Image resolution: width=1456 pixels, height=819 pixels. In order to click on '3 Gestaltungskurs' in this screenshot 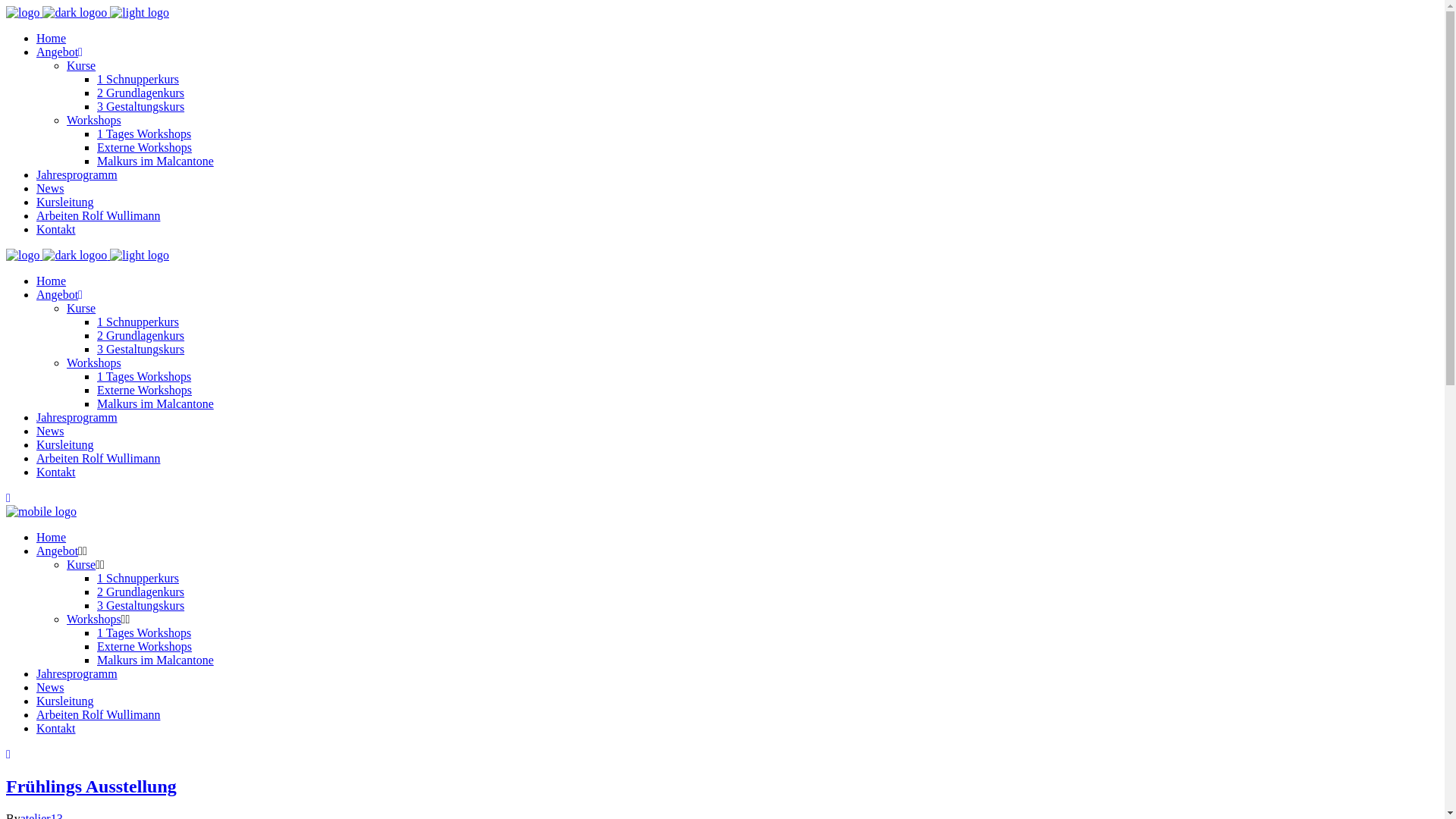, I will do `click(140, 604)`.